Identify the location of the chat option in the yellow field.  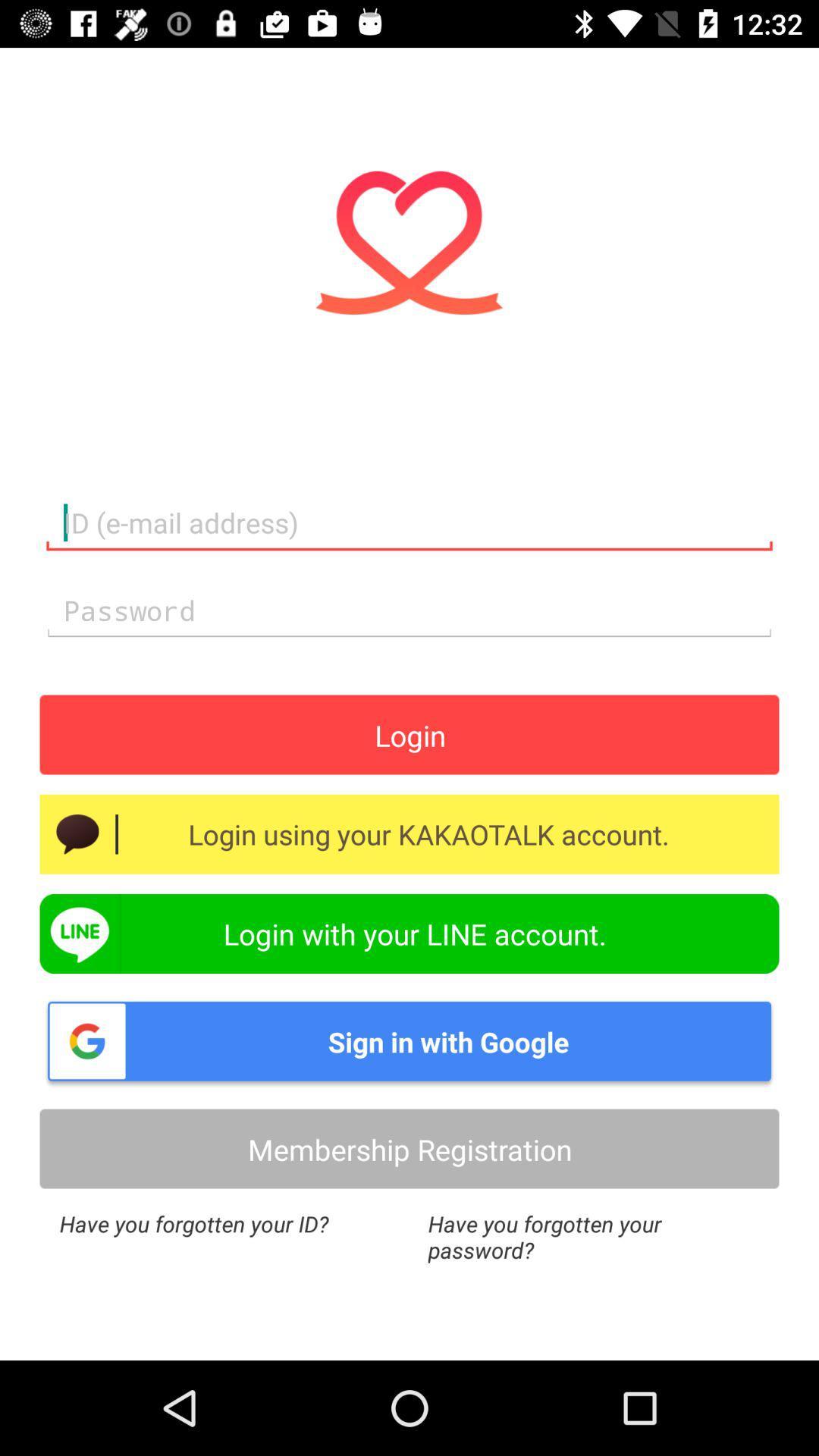
(77, 833).